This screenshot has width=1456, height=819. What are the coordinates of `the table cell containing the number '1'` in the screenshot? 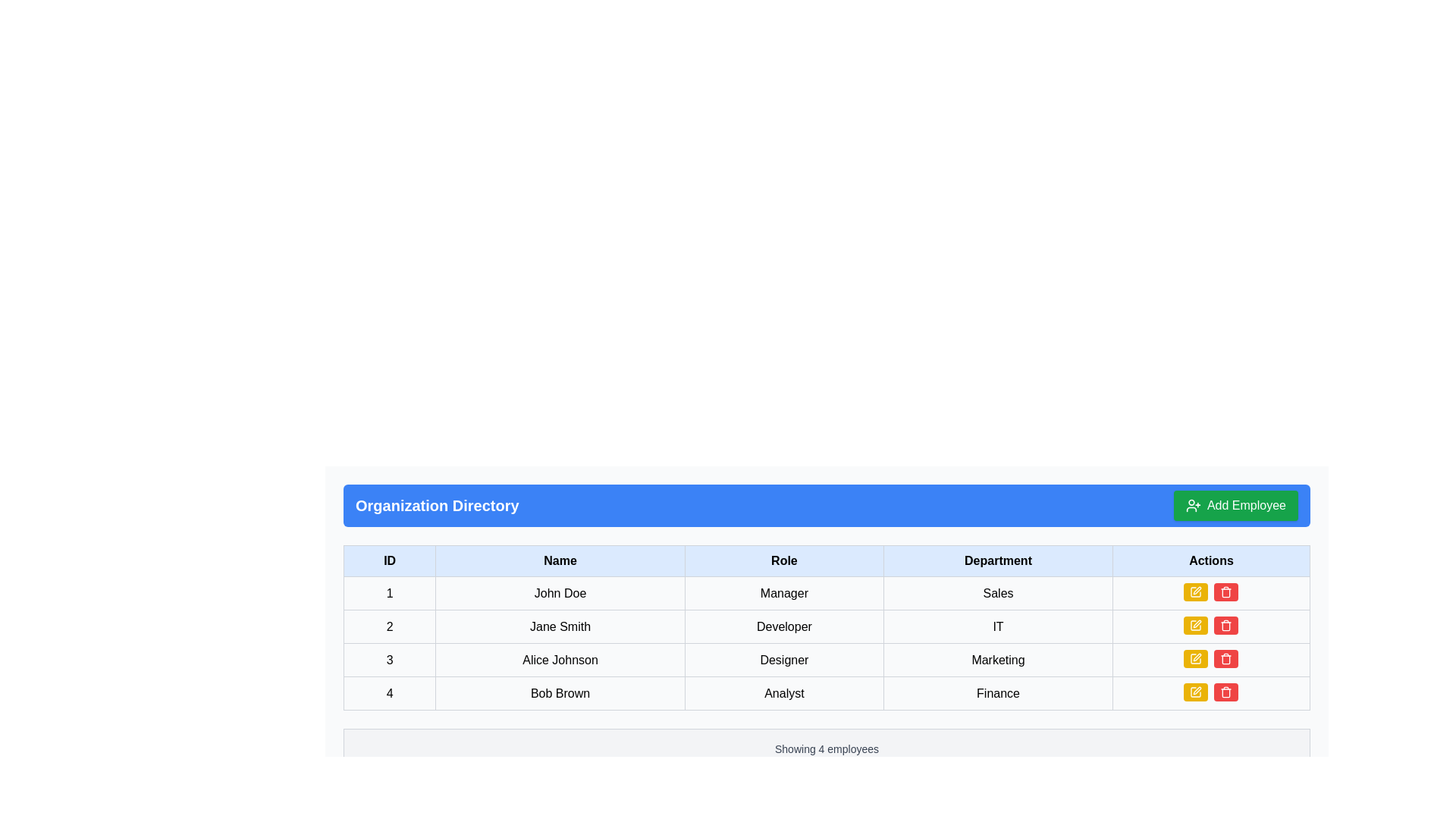 It's located at (390, 592).